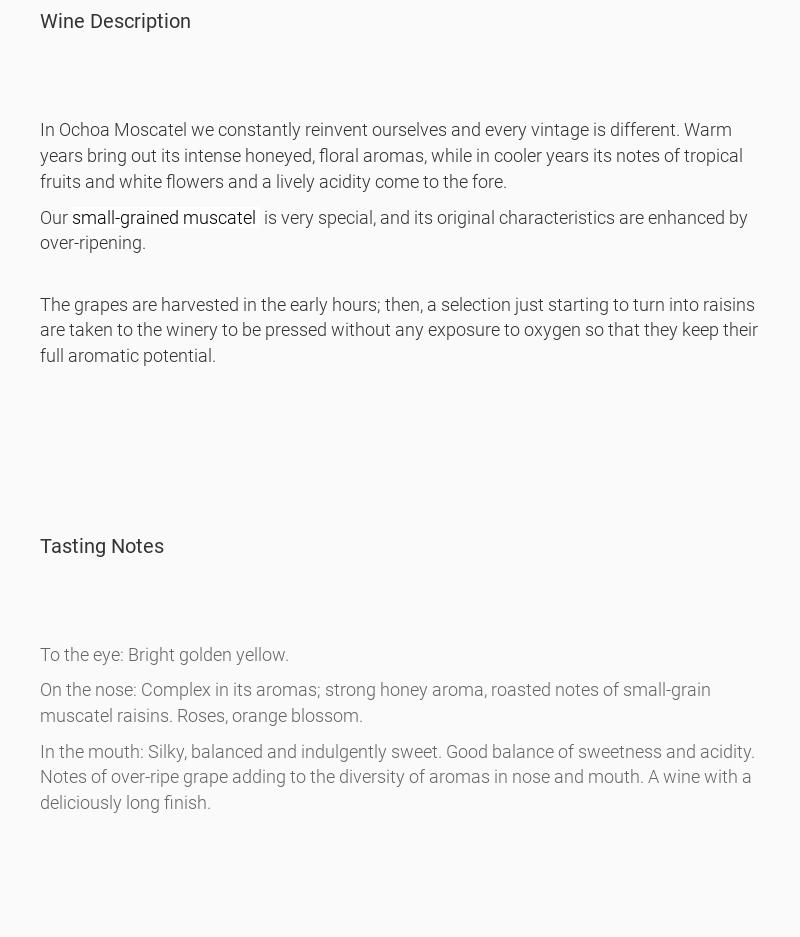 The height and width of the screenshot is (937, 800). What do you see at coordinates (393, 228) in the screenshot?
I see `'is very special, and its original characteristics are enhanced by over-ripening.'` at bounding box center [393, 228].